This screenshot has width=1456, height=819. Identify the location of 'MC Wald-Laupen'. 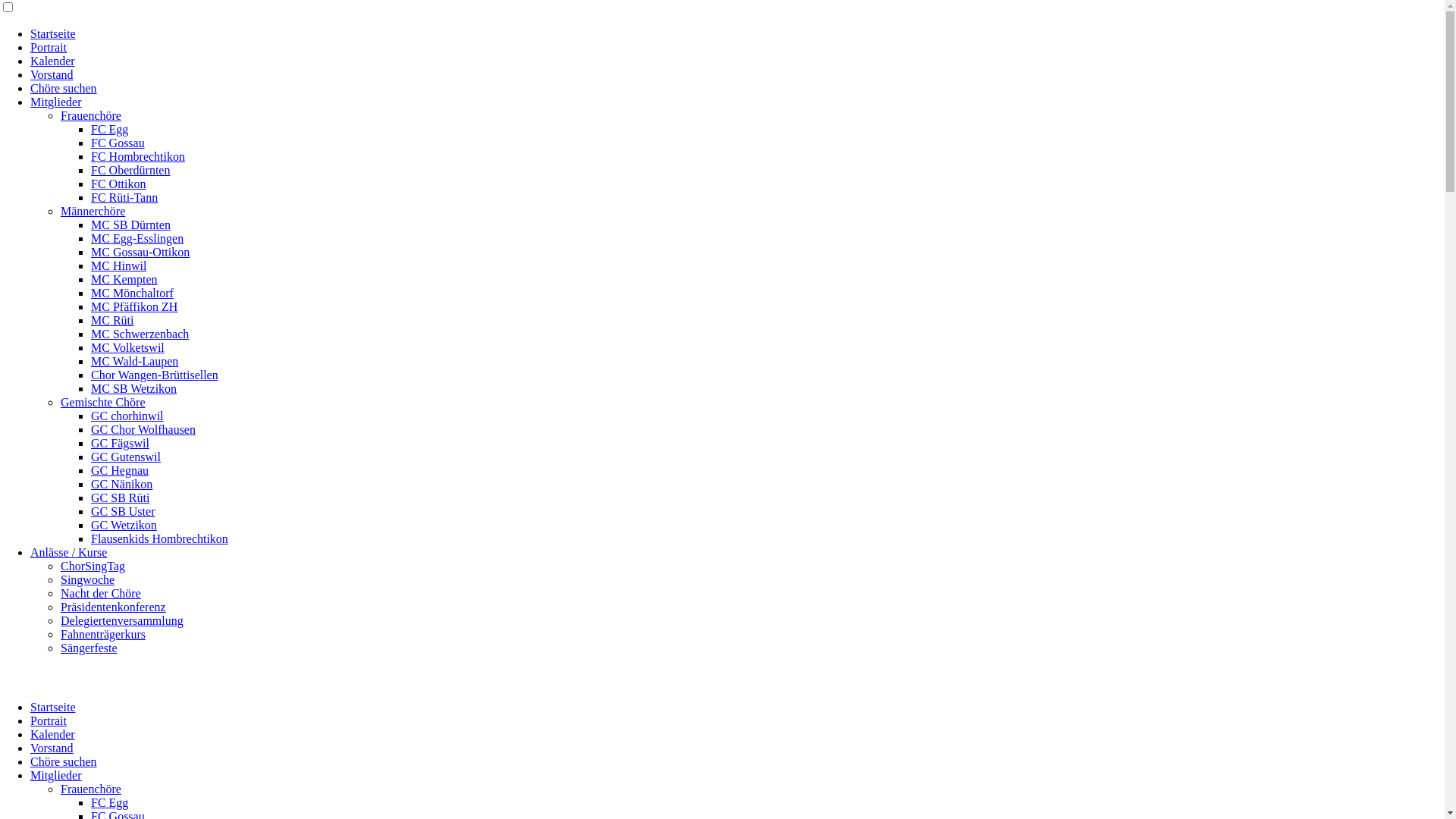
(134, 361).